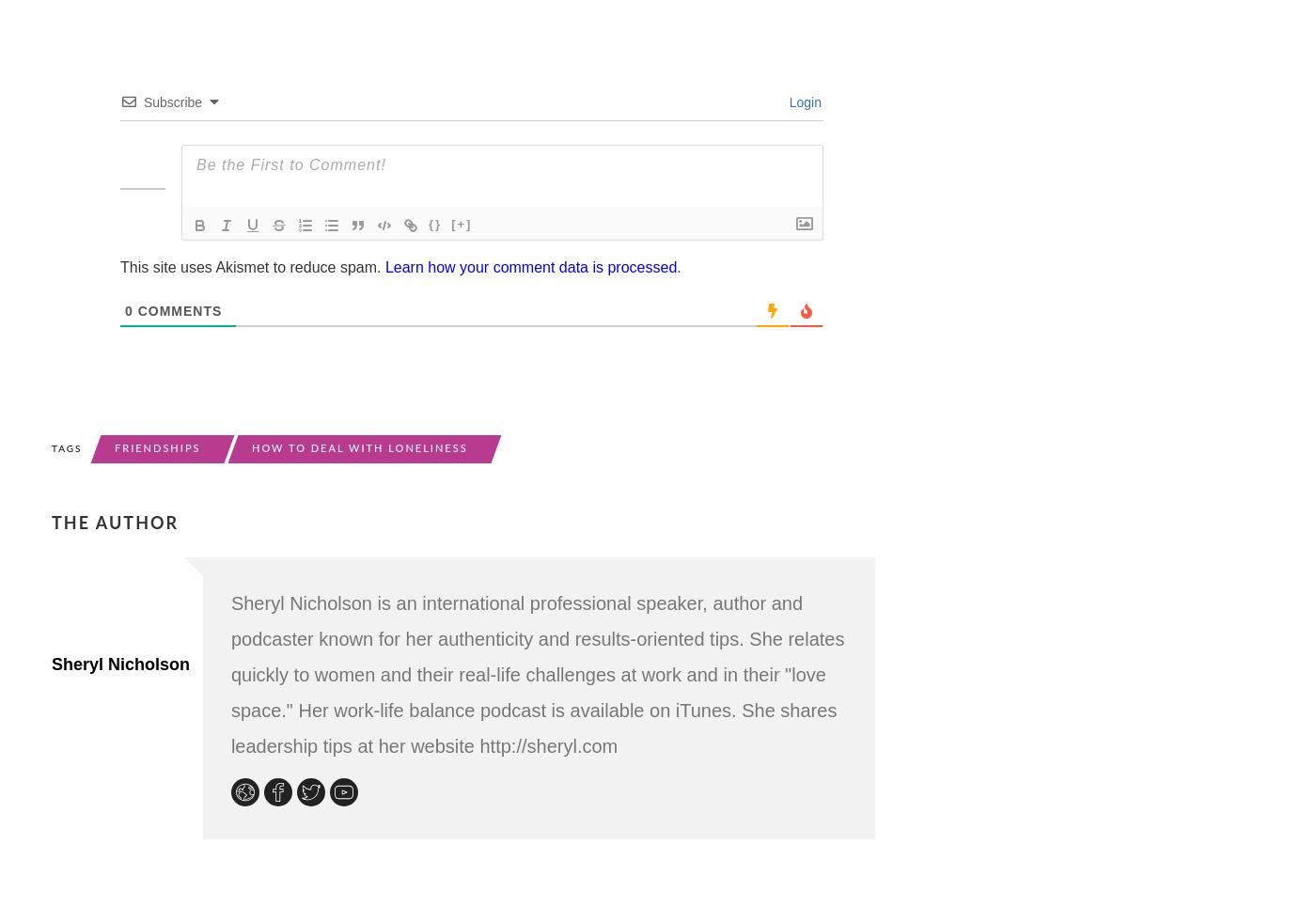 This screenshot has width=1316, height=907. Describe the element at coordinates (434, 222) in the screenshot. I see `'{}'` at that location.